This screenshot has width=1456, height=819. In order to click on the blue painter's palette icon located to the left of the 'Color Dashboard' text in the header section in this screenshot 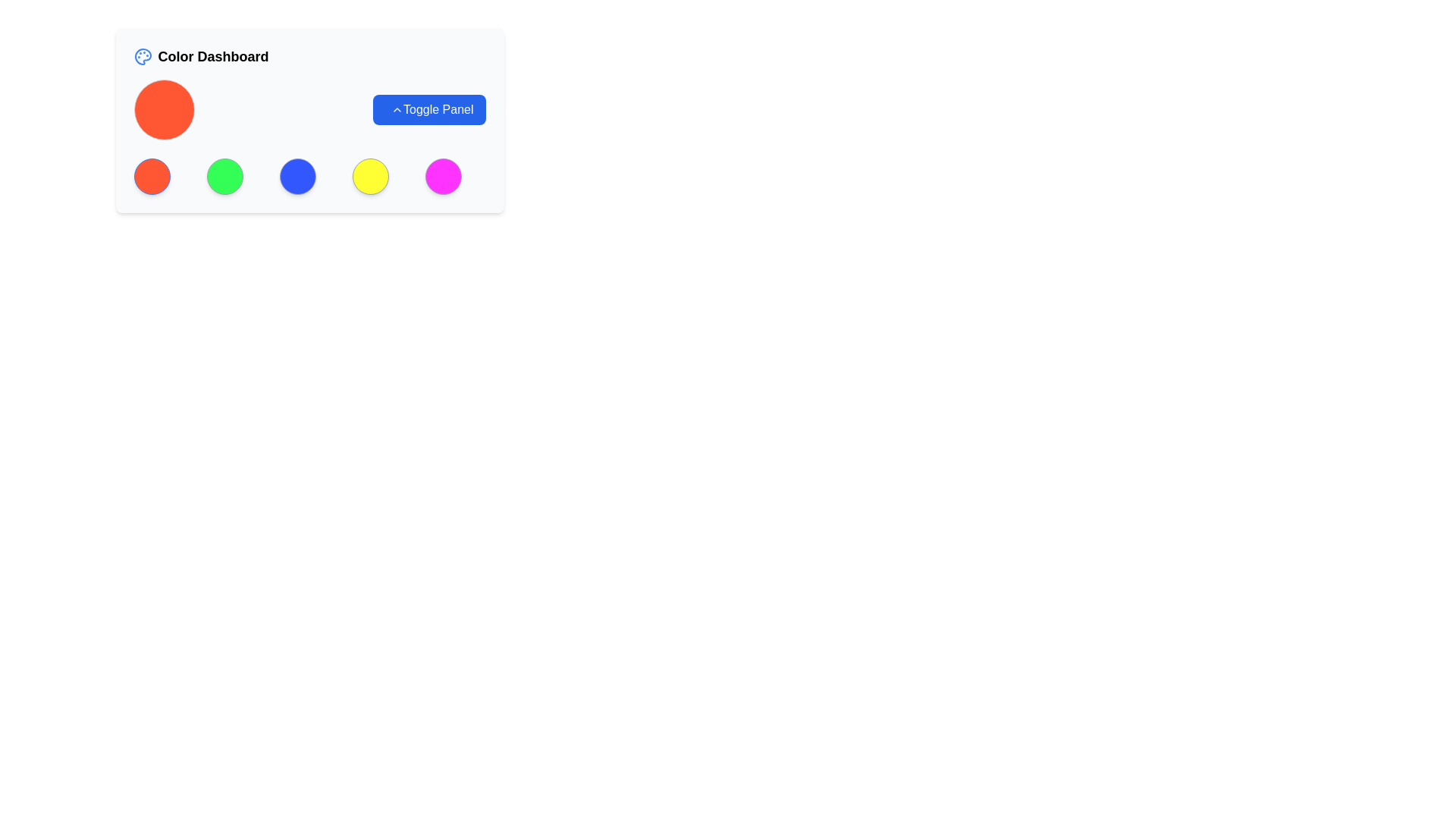, I will do `click(143, 55)`.